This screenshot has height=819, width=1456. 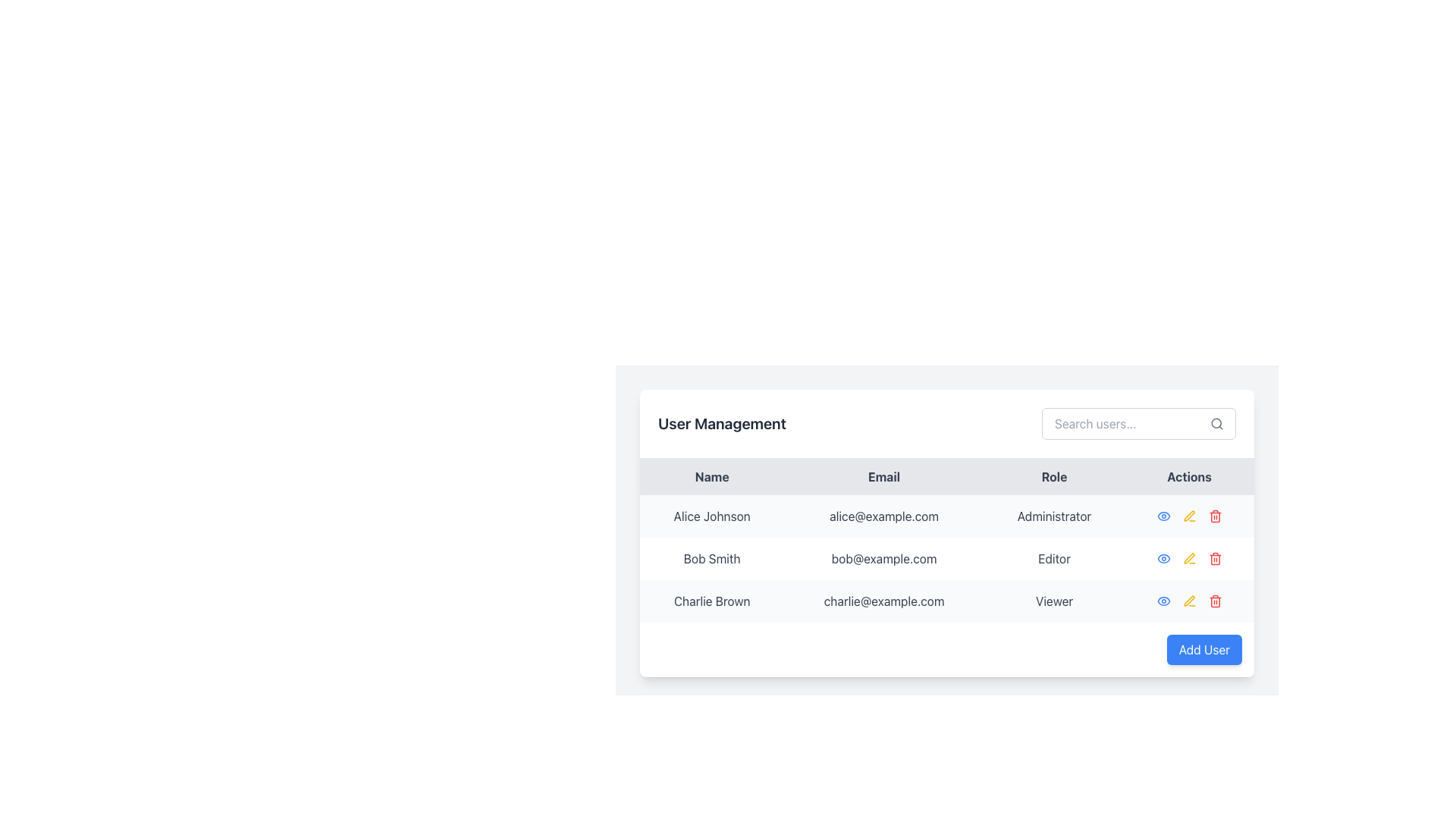 I want to click on the red trash icon in the 'Actions' column of the third row, so click(x=1215, y=516).